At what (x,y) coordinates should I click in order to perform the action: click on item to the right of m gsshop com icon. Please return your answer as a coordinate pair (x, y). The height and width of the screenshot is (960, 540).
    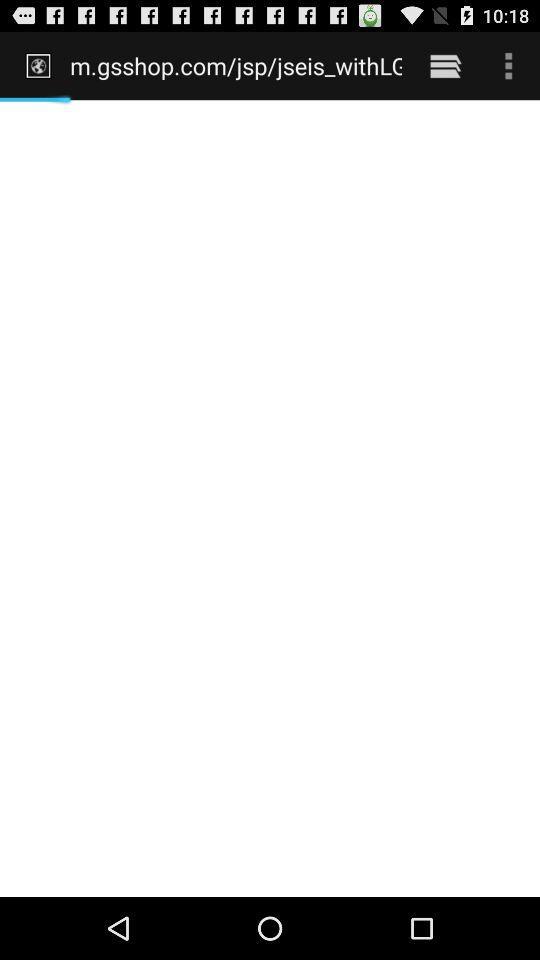
    Looking at the image, I should click on (445, 65).